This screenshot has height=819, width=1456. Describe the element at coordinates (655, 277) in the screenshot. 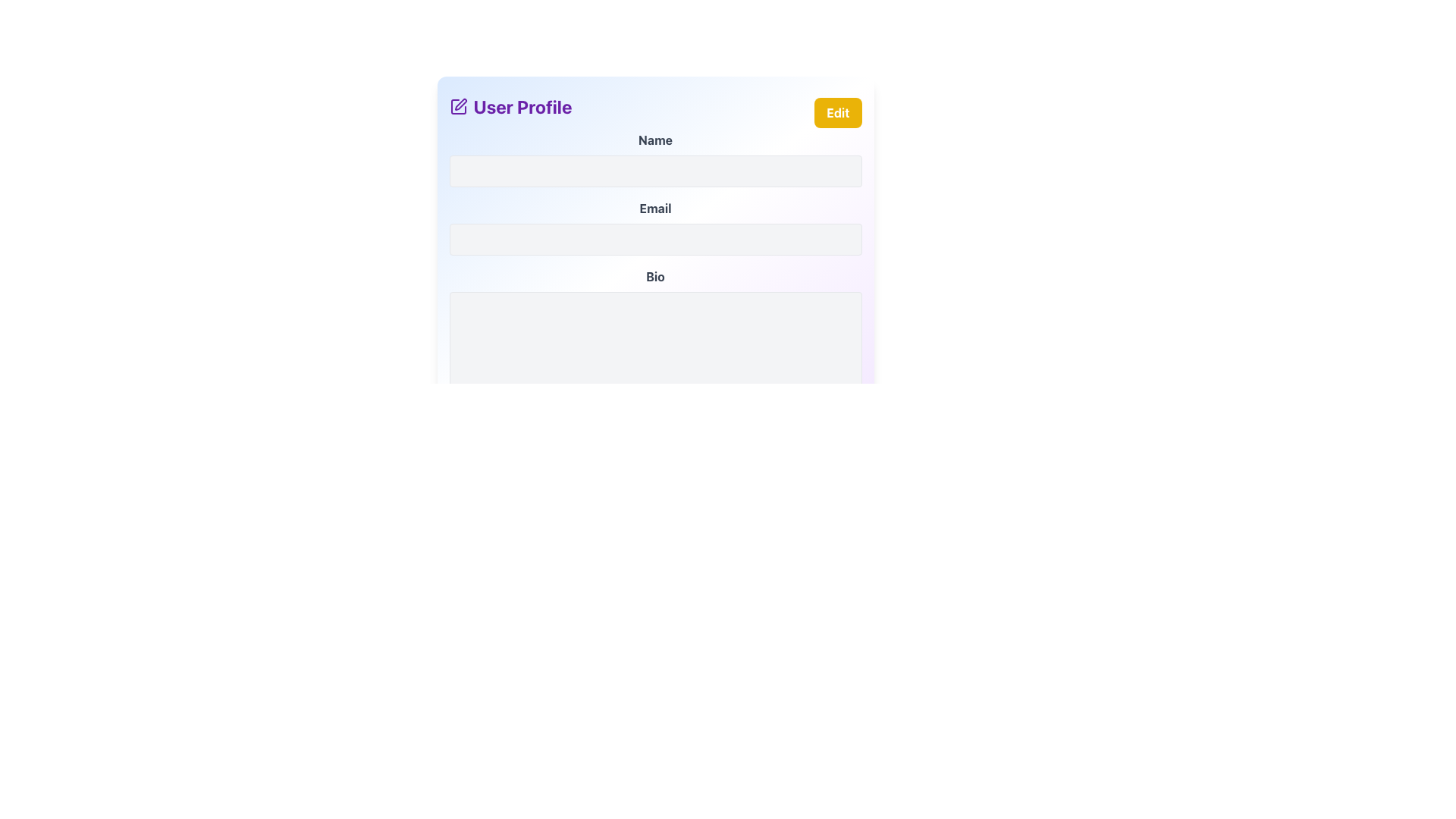

I see `the Text Label that provides context for the bio input field in the user profile form` at that location.